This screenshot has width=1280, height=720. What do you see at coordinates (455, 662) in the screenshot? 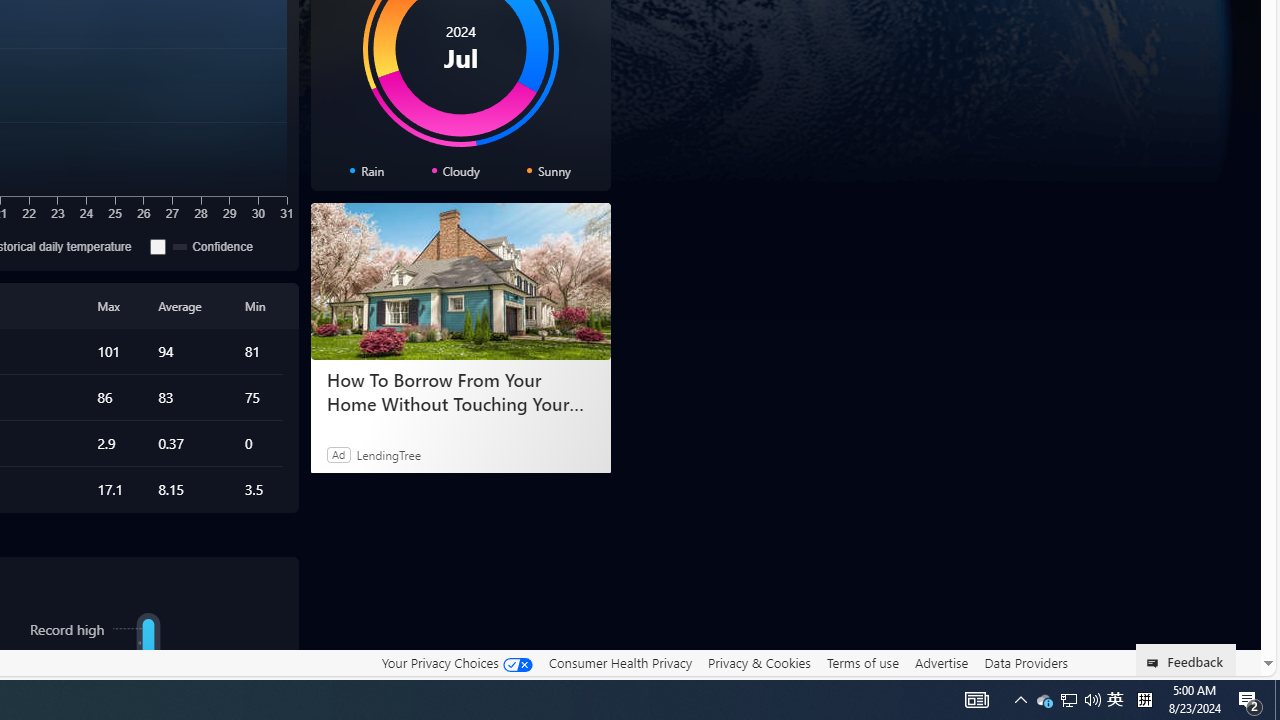
I see `'Your Privacy Choices'` at bounding box center [455, 662].